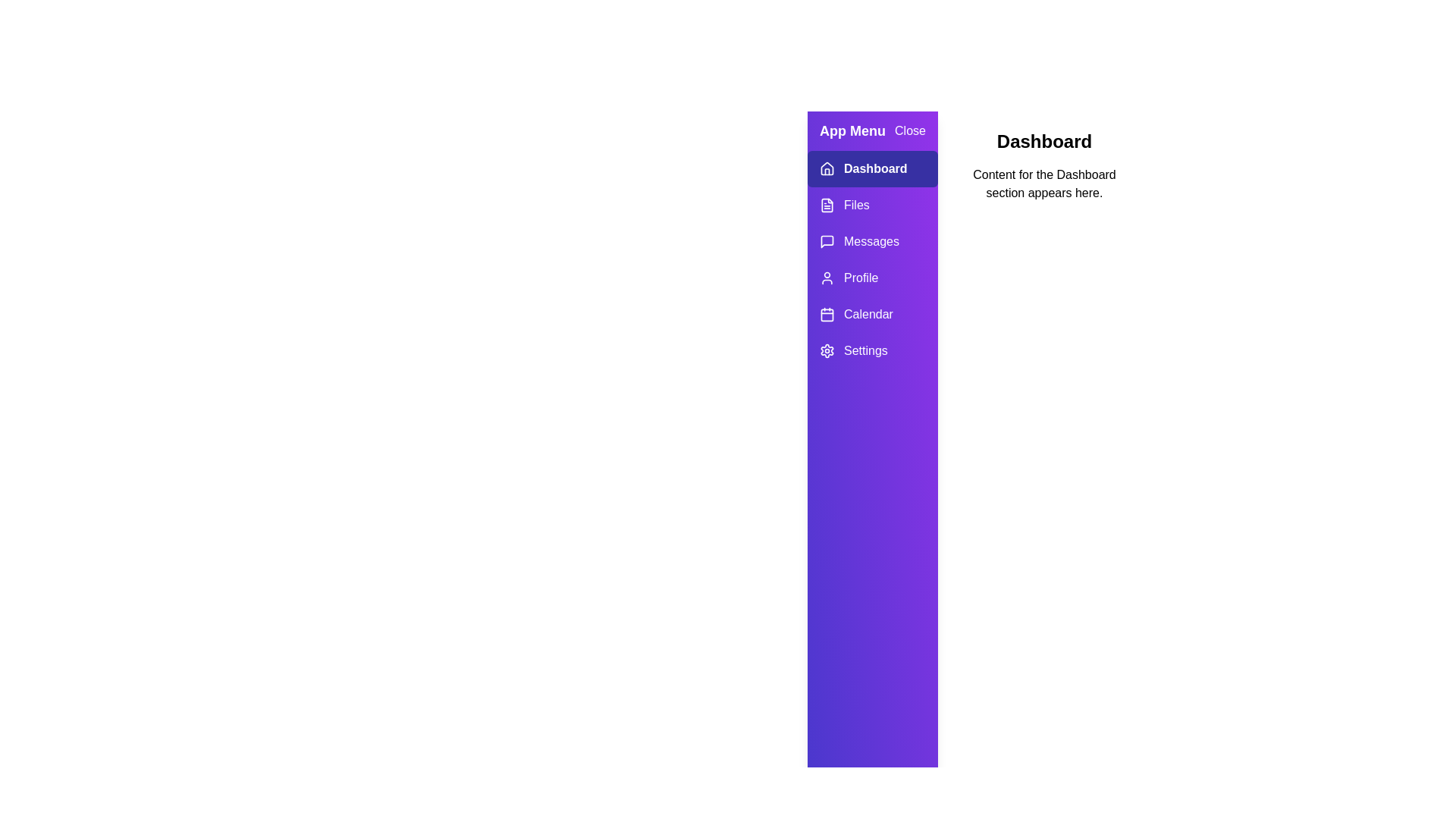 Image resolution: width=1456 pixels, height=819 pixels. Describe the element at coordinates (872, 205) in the screenshot. I see `the Files tab in the menu` at that location.